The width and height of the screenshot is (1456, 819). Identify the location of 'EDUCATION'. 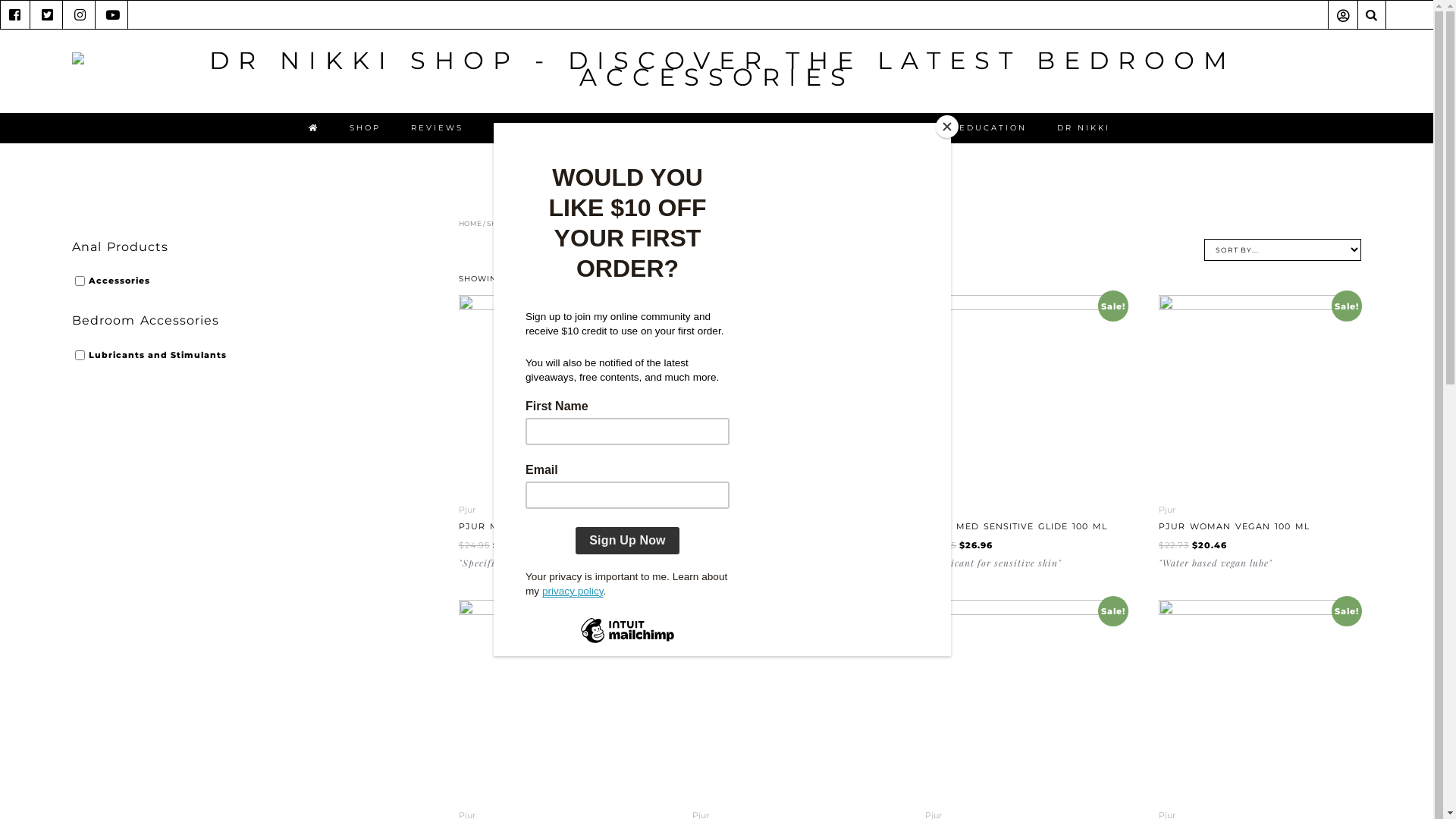
(992, 119).